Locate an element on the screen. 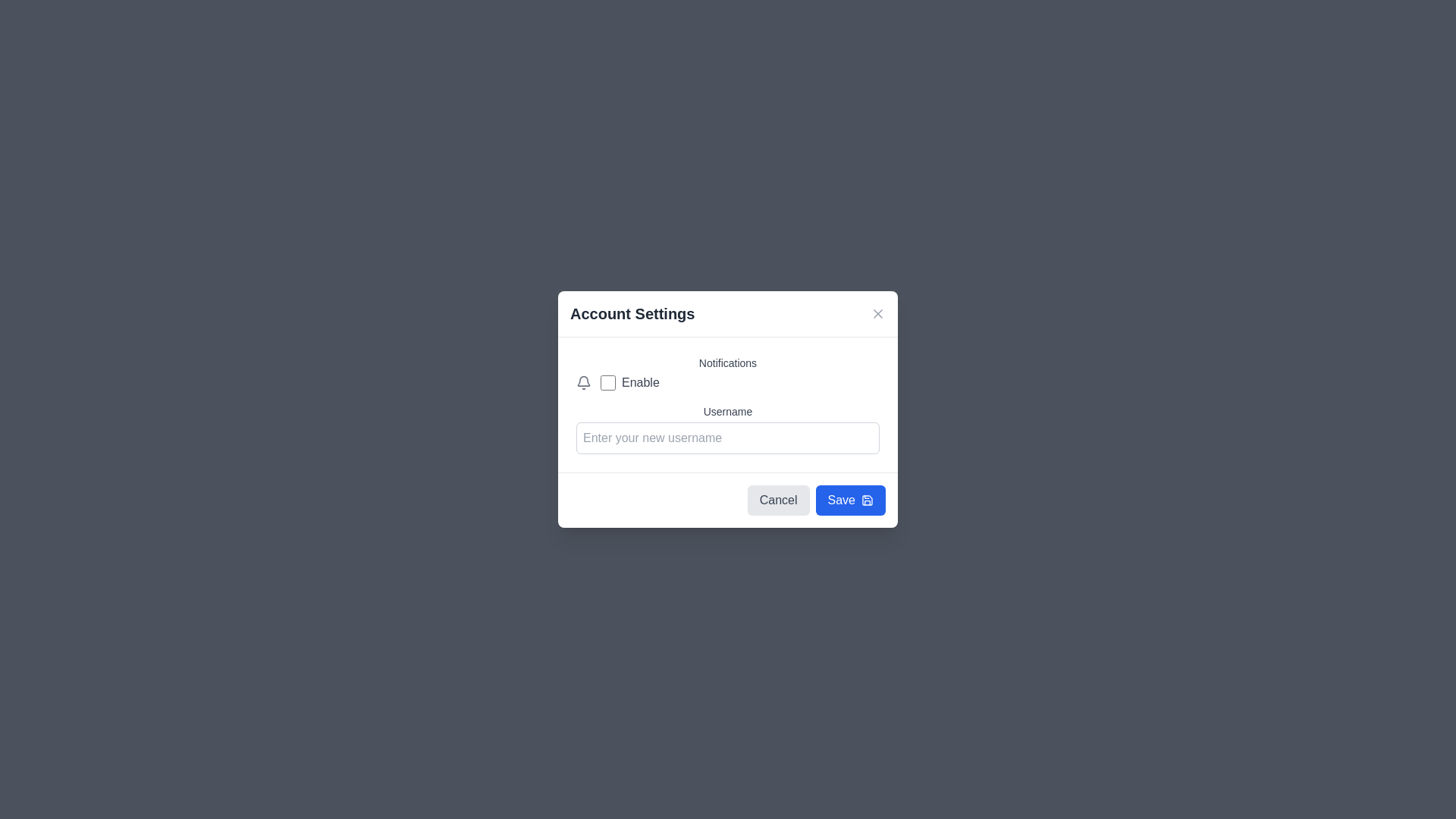 This screenshot has height=819, width=1456. the 'Save' button icon located at the lower-right corner of the dialog box is located at coordinates (867, 500).